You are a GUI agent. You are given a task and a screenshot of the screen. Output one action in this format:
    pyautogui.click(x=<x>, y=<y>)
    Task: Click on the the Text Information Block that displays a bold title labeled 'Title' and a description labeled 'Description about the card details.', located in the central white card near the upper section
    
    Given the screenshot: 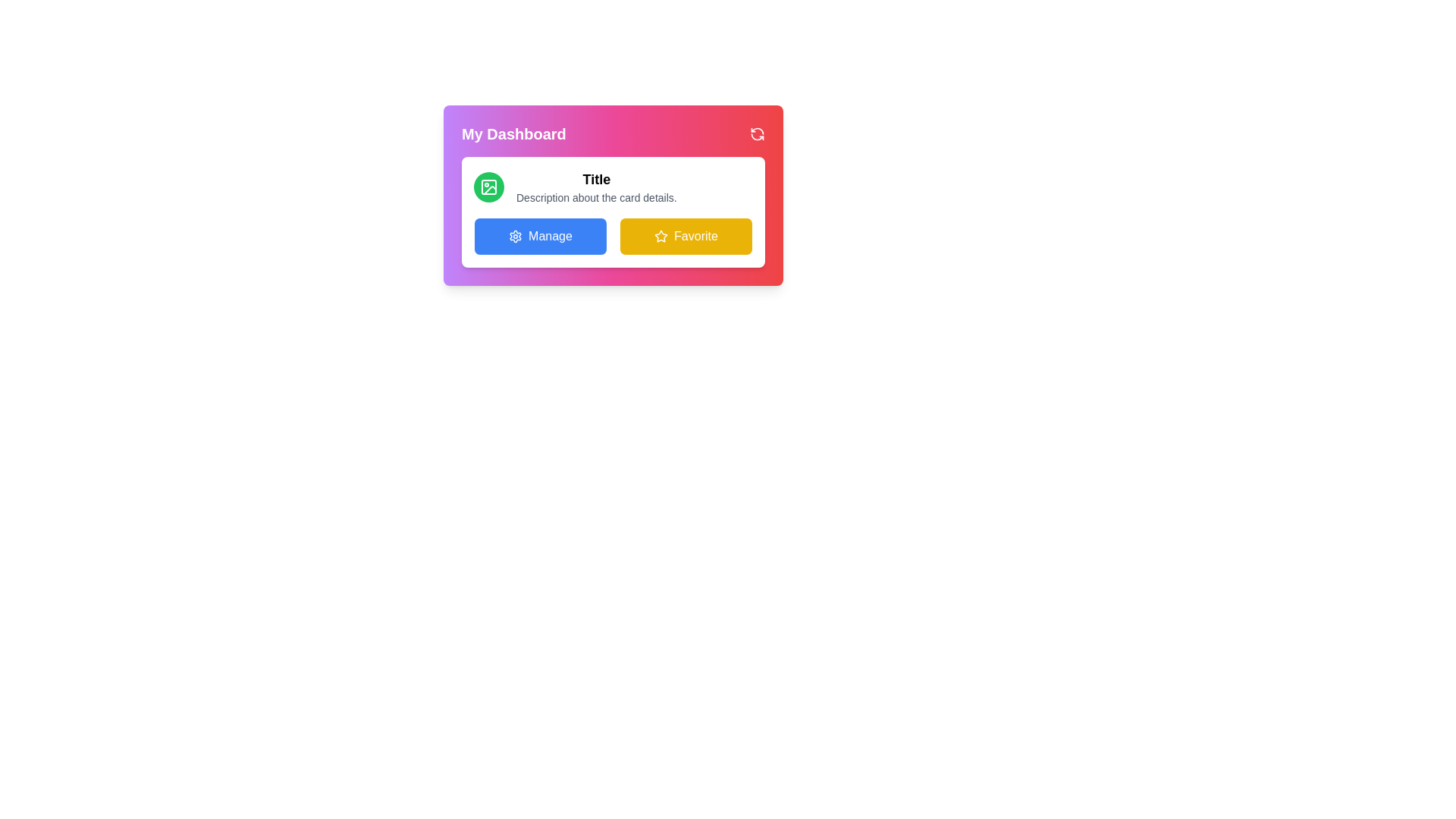 What is the action you would take?
    pyautogui.click(x=613, y=186)
    